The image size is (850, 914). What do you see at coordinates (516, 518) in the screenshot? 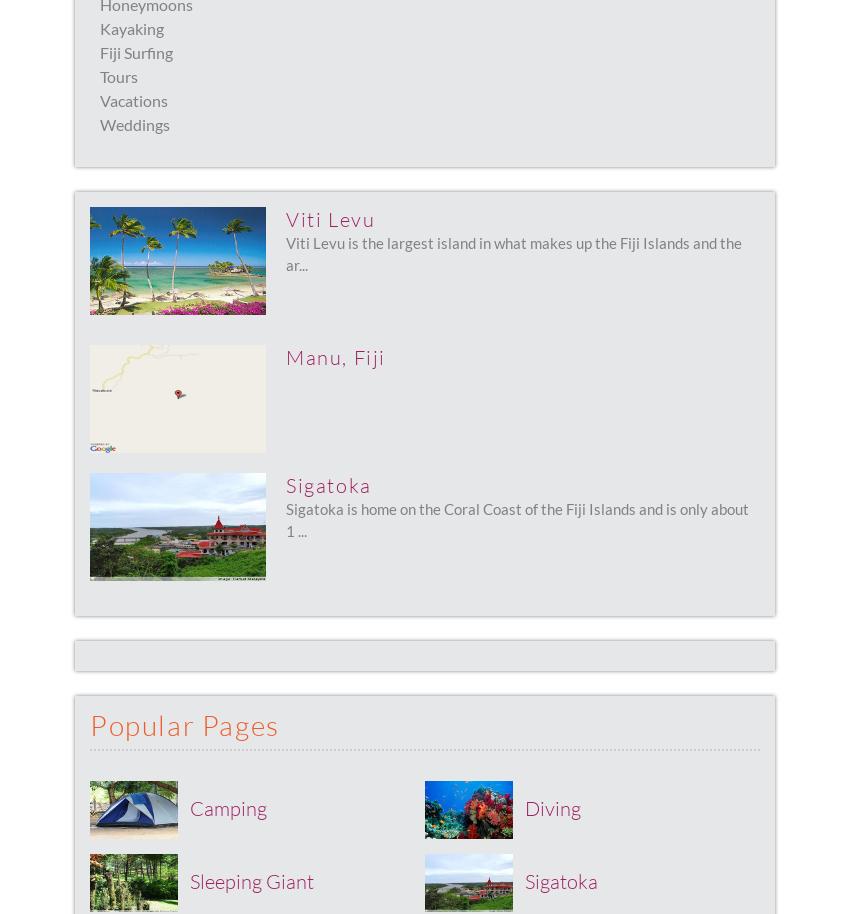
I see `'Sigatoka is home on the Coral Coast of the Fiji Islands and is only about 1 ...'` at bounding box center [516, 518].